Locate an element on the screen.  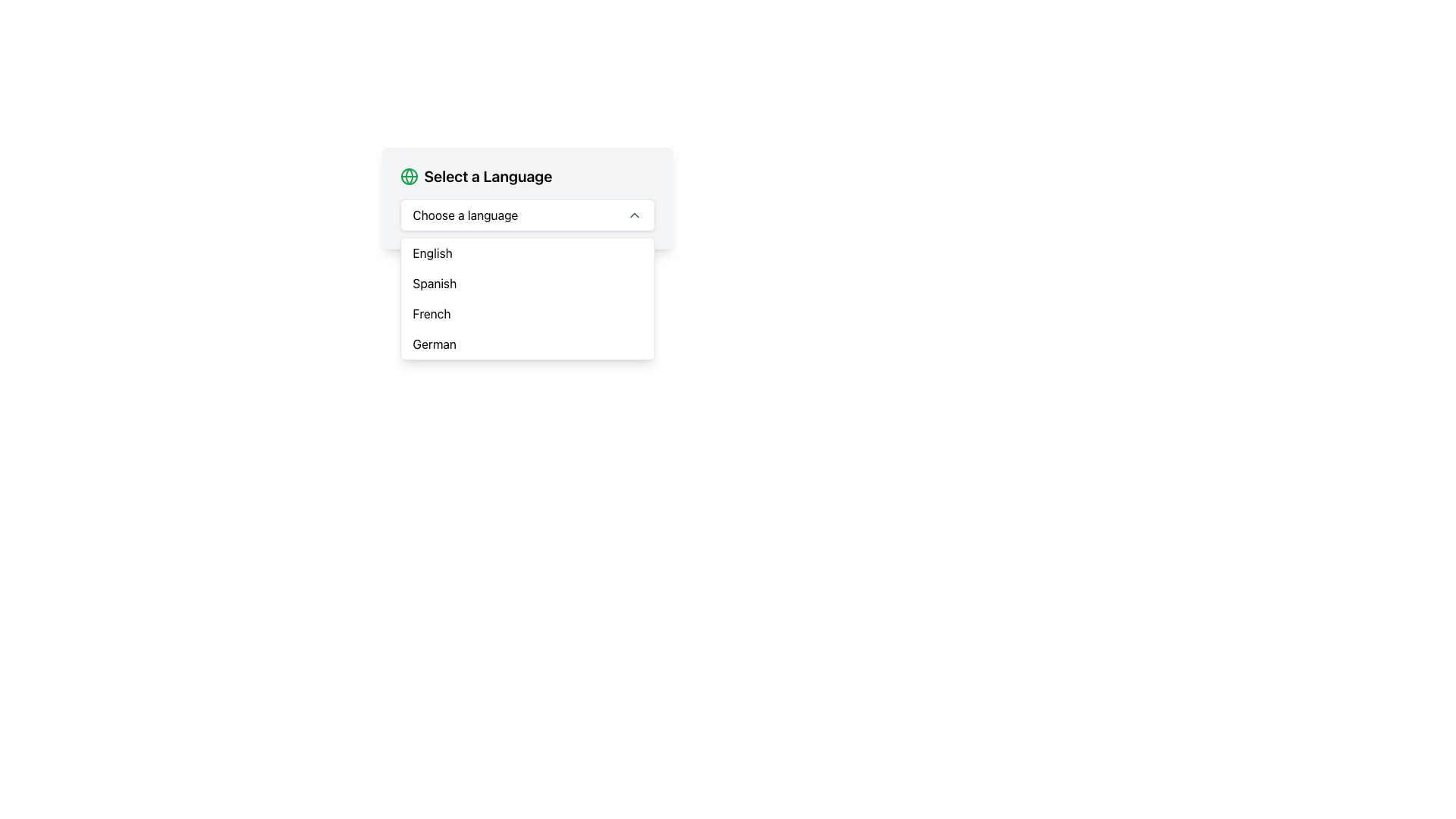
the 'French' language option in the dropdown menu to provide visual feedback is located at coordinates (527, 312).